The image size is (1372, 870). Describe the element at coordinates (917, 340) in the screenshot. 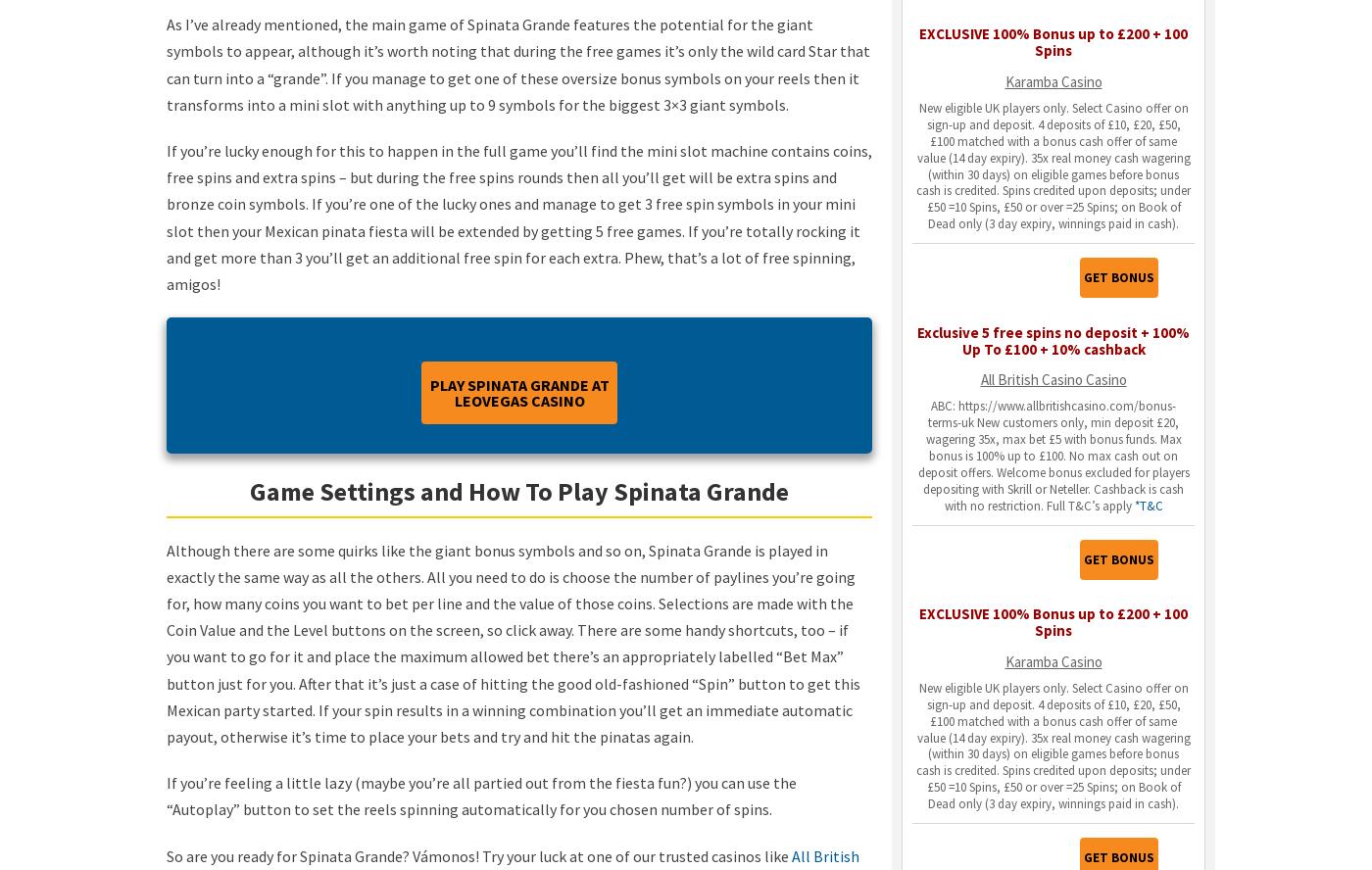

I see `'Exclusive 5 free spins no deposit + 100% Up To £100 + 10% cashback'` at that location.